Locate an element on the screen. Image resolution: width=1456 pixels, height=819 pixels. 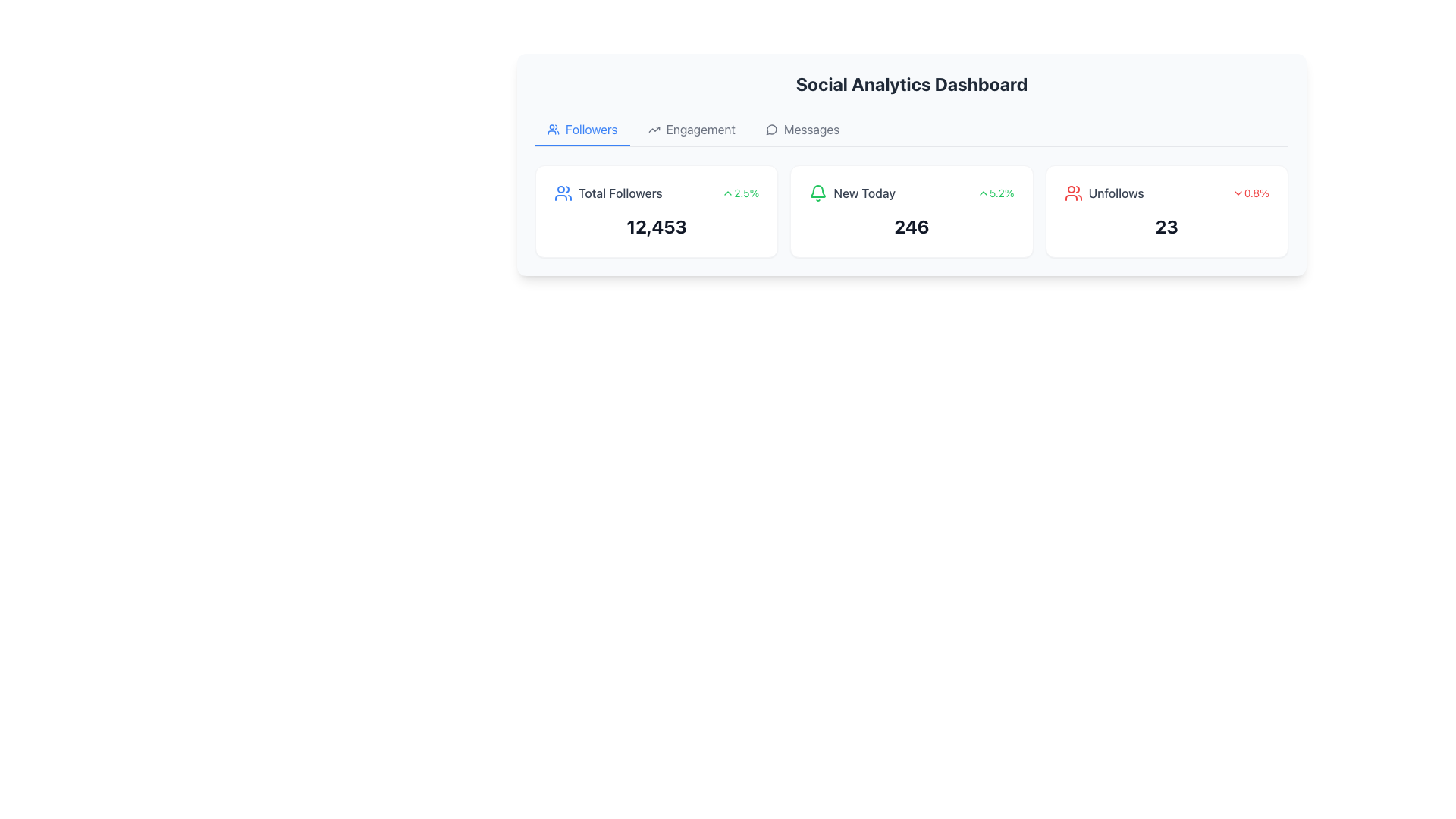
the small, line-drawn trending-up arrow icon located next to the 'Engagement' text within the navigation tab is located at coordinates (654, 128).